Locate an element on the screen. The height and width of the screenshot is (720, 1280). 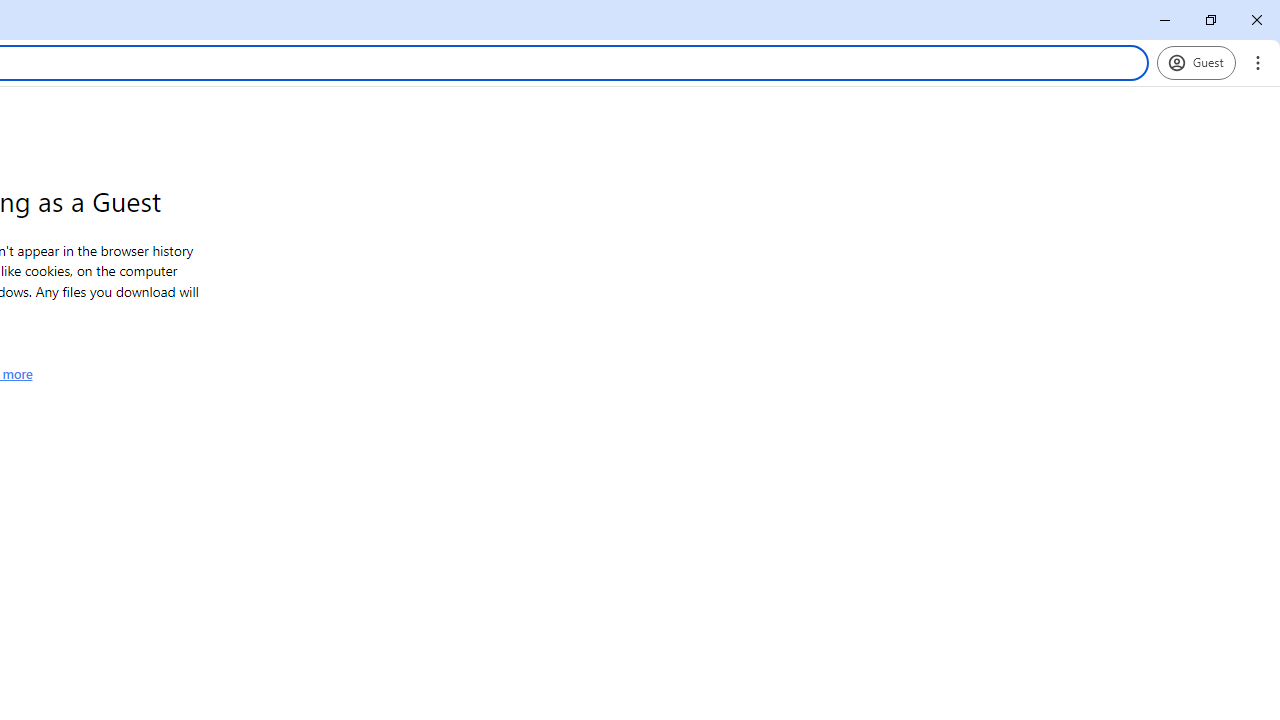
'Guest' is located at coordinates (1196, 61).